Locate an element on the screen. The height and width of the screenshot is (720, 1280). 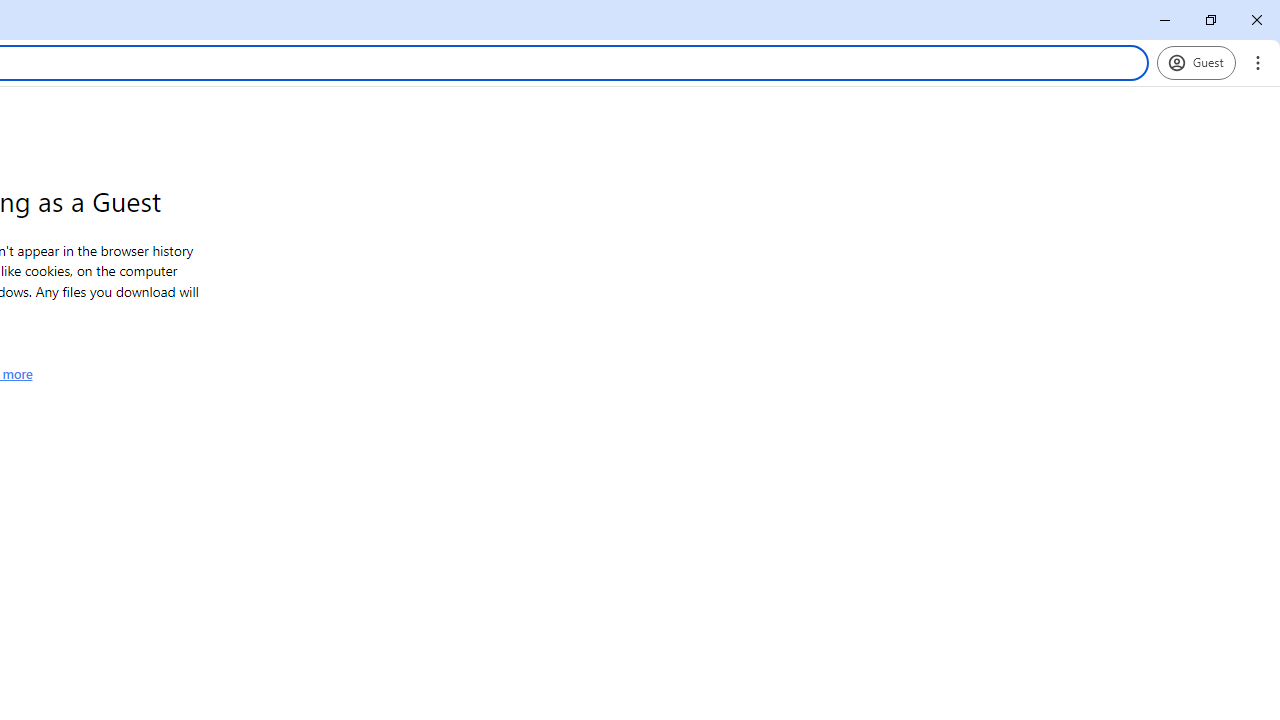
'Guest' is located at coordinates (1196, 61).